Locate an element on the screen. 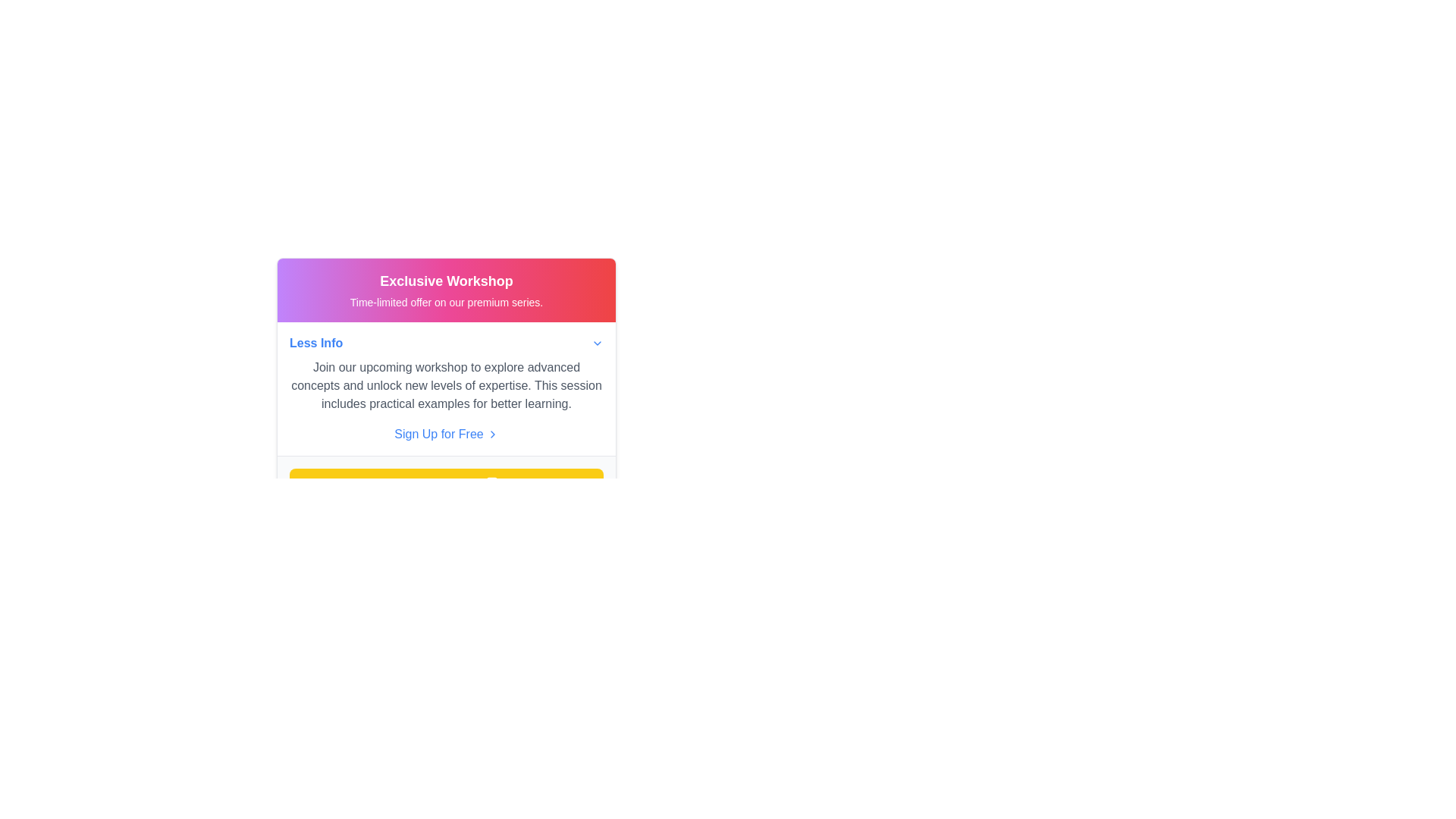 This screenshot has height=819, width=1456. the Text Label that provides additional descriptive or promotional text below the heading 'Exclusive Workshop' is located at coordinates (446, 302).